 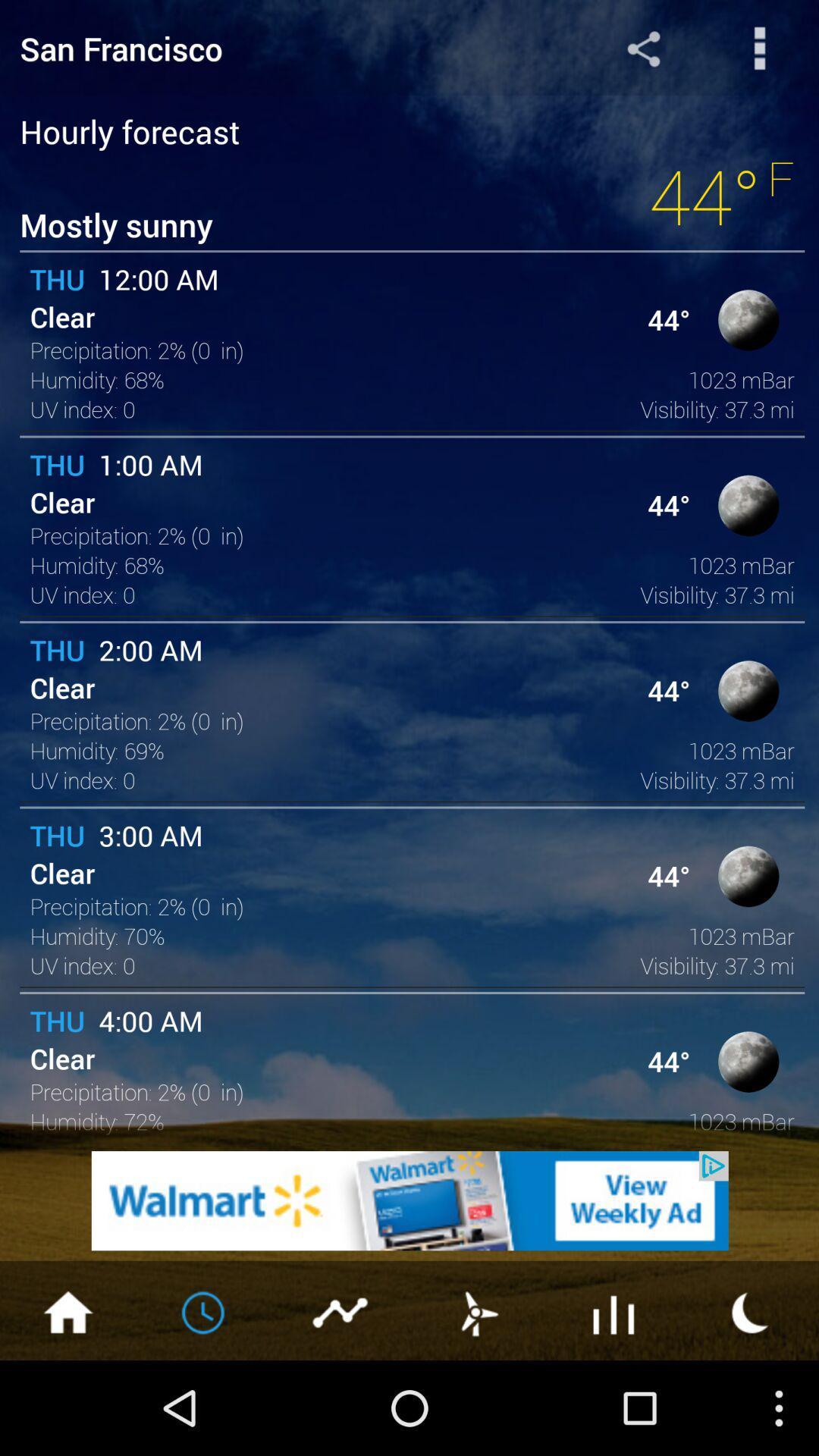 I want to click on san francisco, so click(x=271, y=48).